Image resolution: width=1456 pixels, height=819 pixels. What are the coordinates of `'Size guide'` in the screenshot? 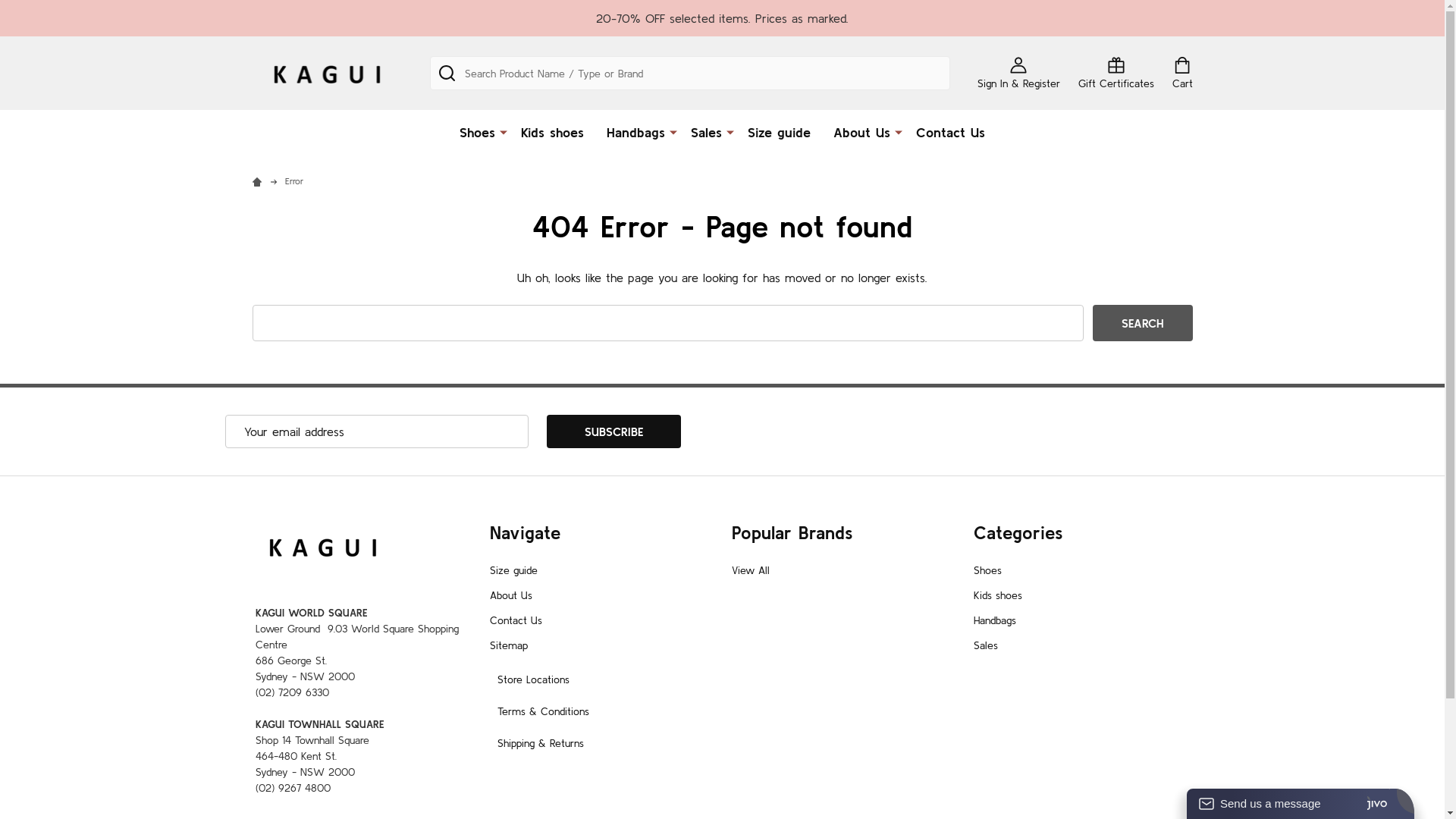 It's located at (513, 570).